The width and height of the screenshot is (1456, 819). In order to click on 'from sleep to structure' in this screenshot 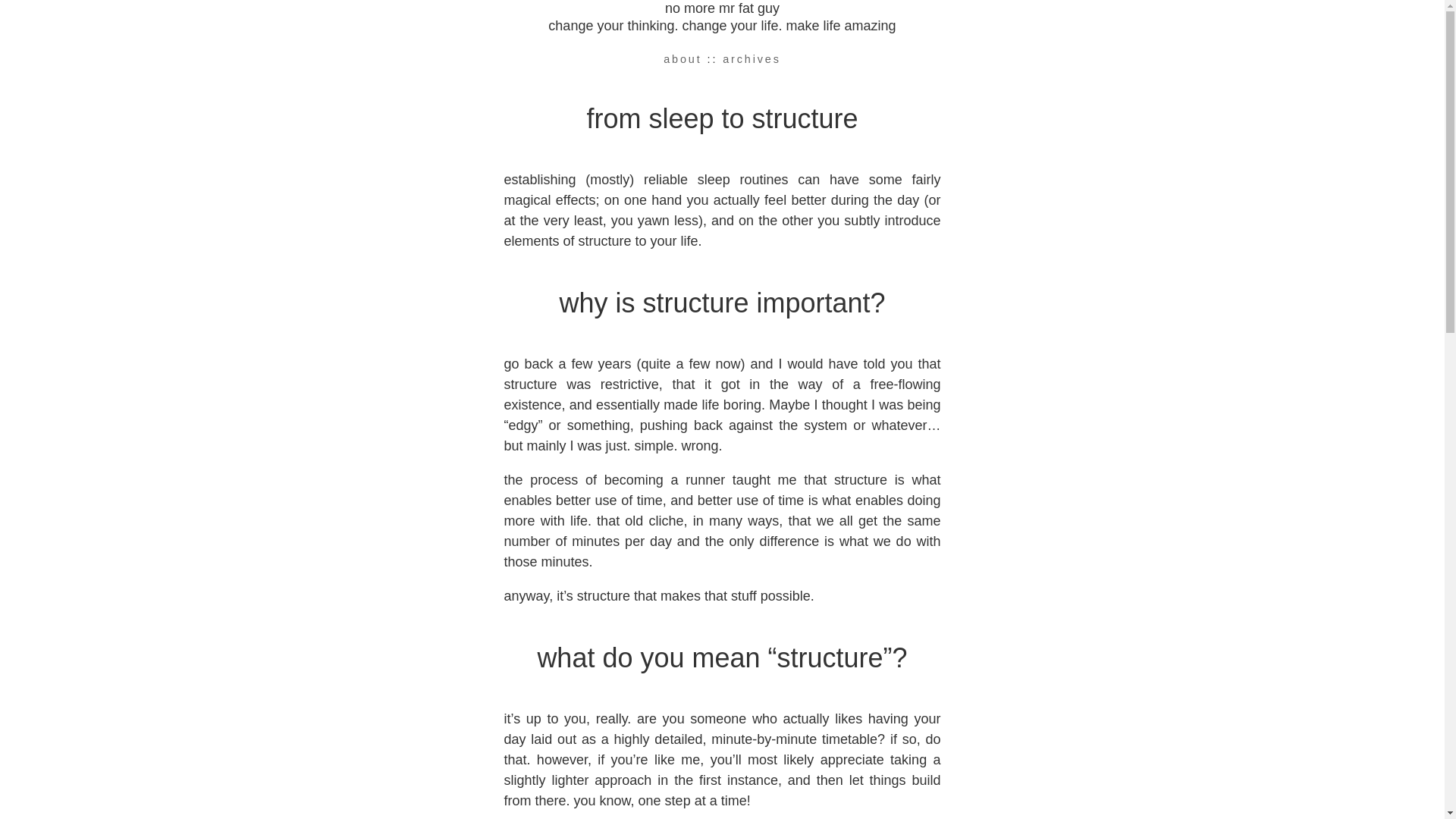, I will do `click(720, 118)`.